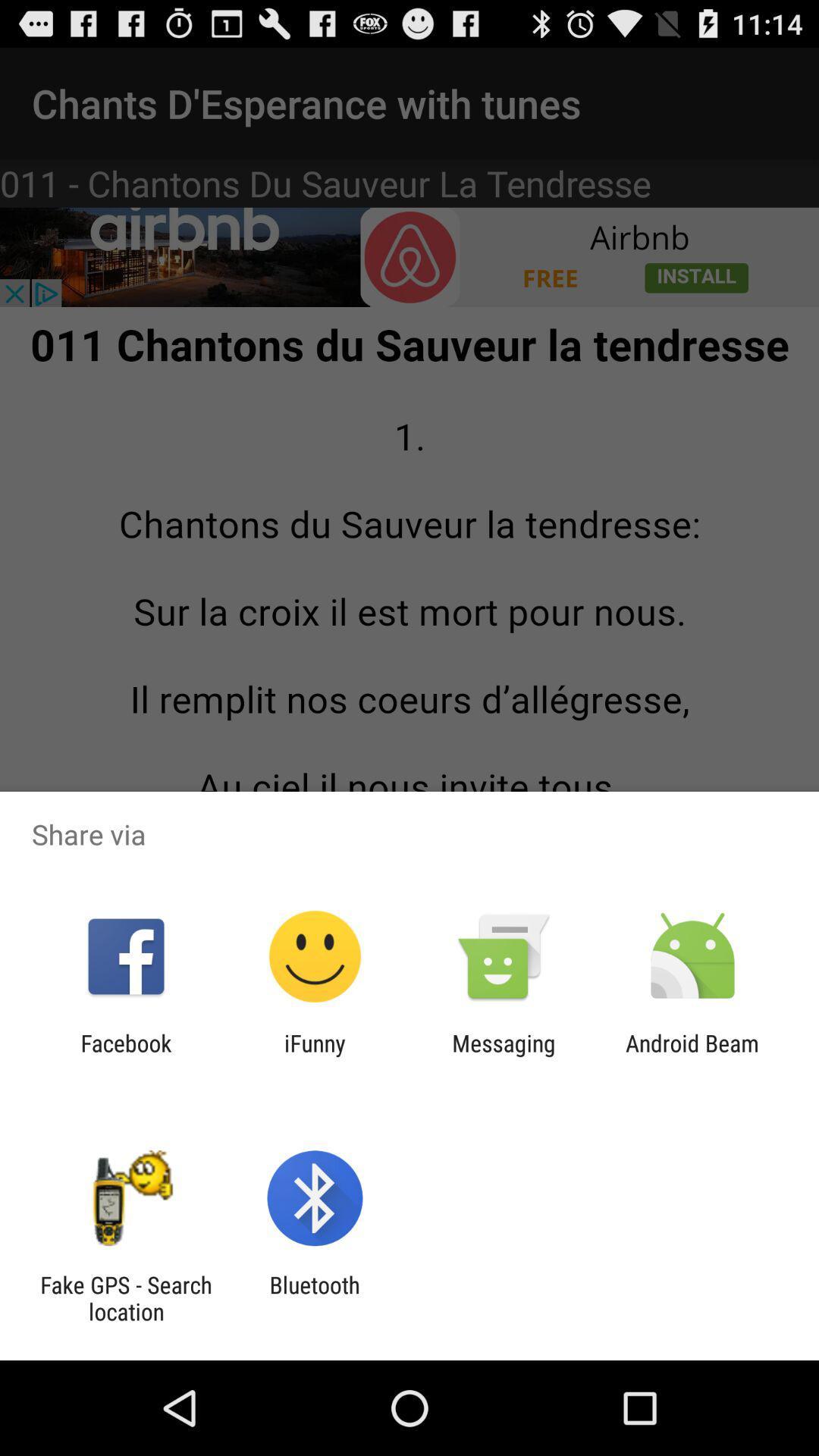  I want to click on the icon to the right of fake gps search item, so click(314, 1298).